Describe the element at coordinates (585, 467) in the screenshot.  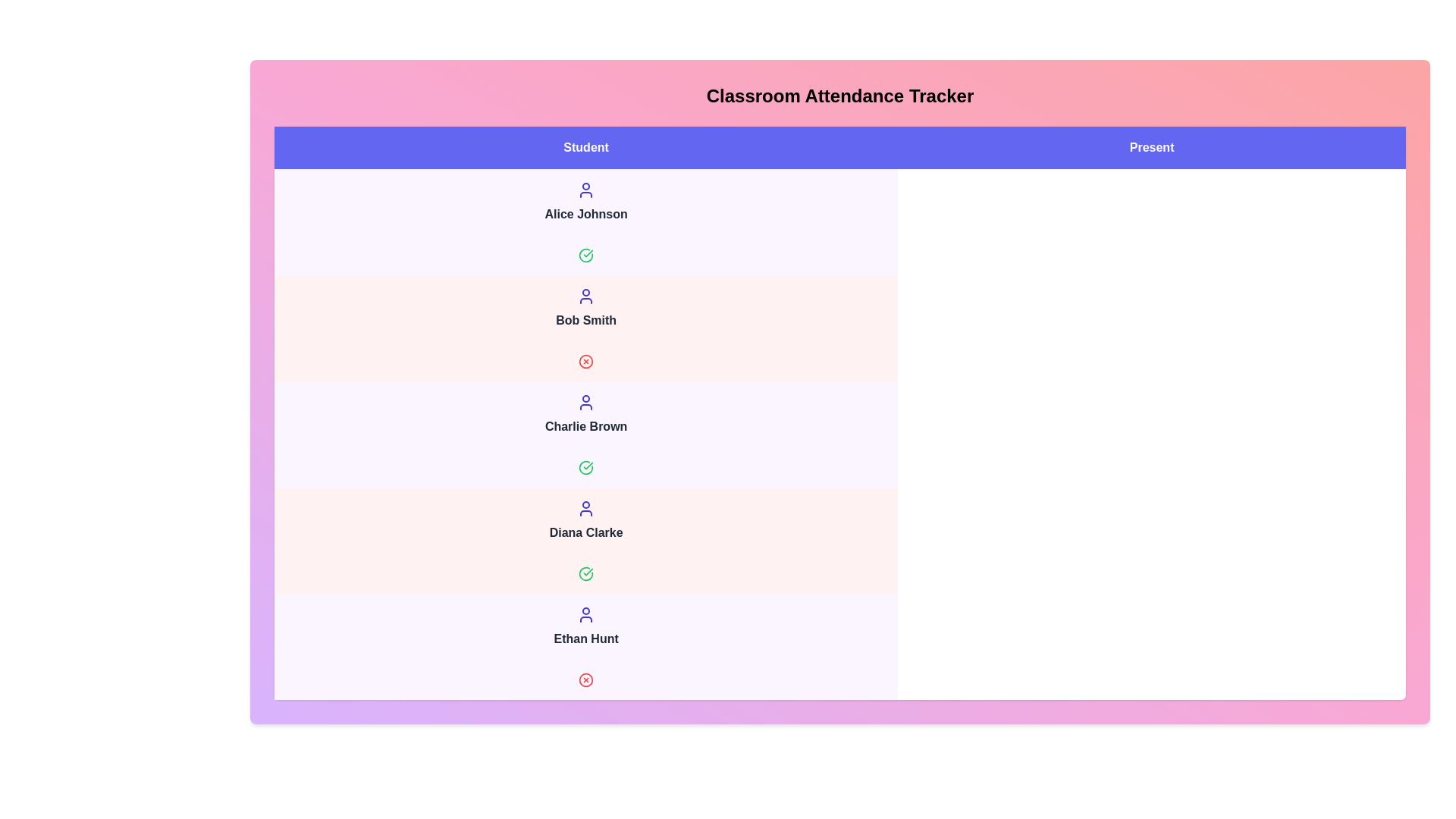
I see `the attendance status icon for Charlie Brown to toggle their status` at that location.